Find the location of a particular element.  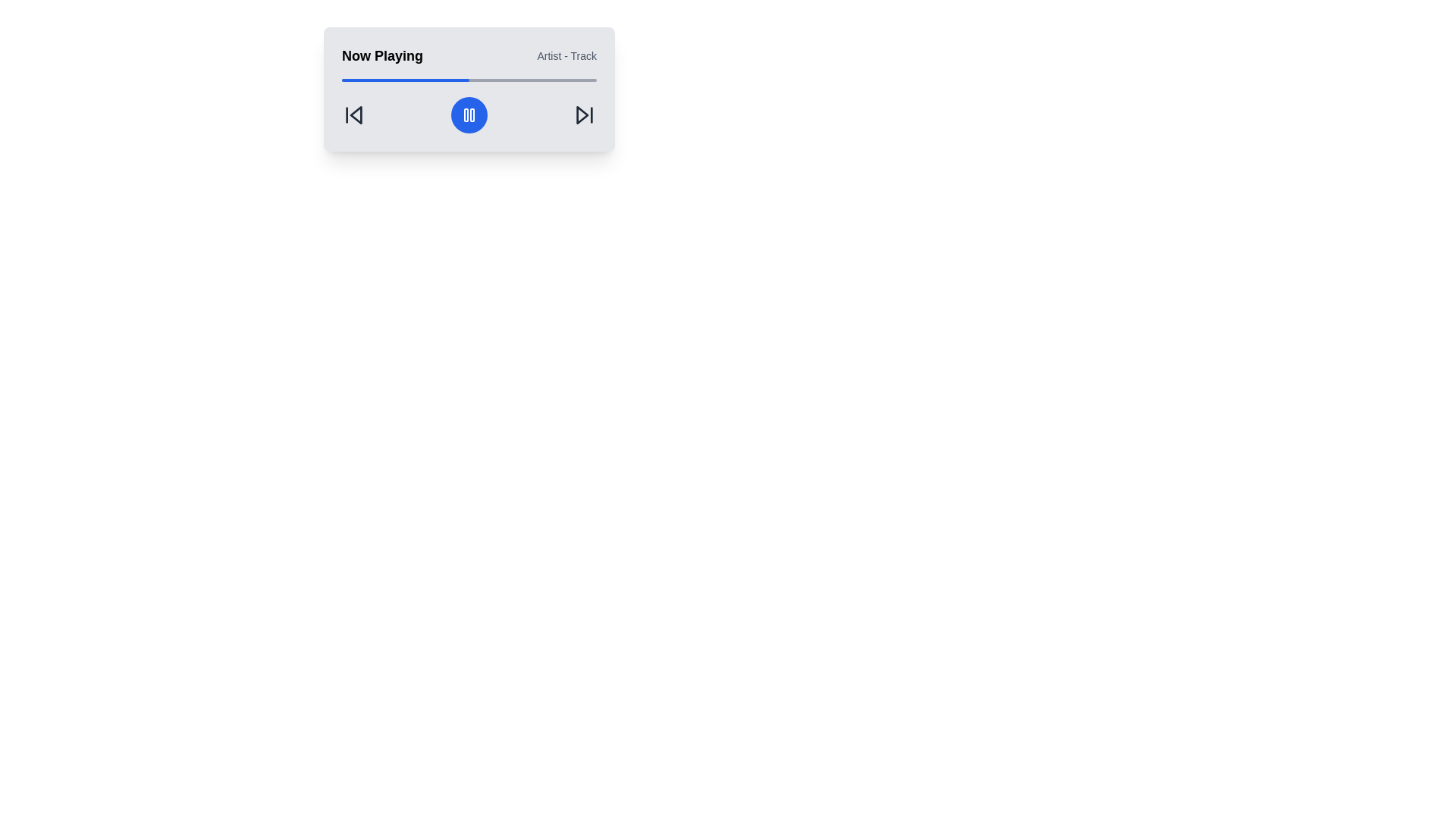

the progress of the bar is located at coordinates (418, 80).